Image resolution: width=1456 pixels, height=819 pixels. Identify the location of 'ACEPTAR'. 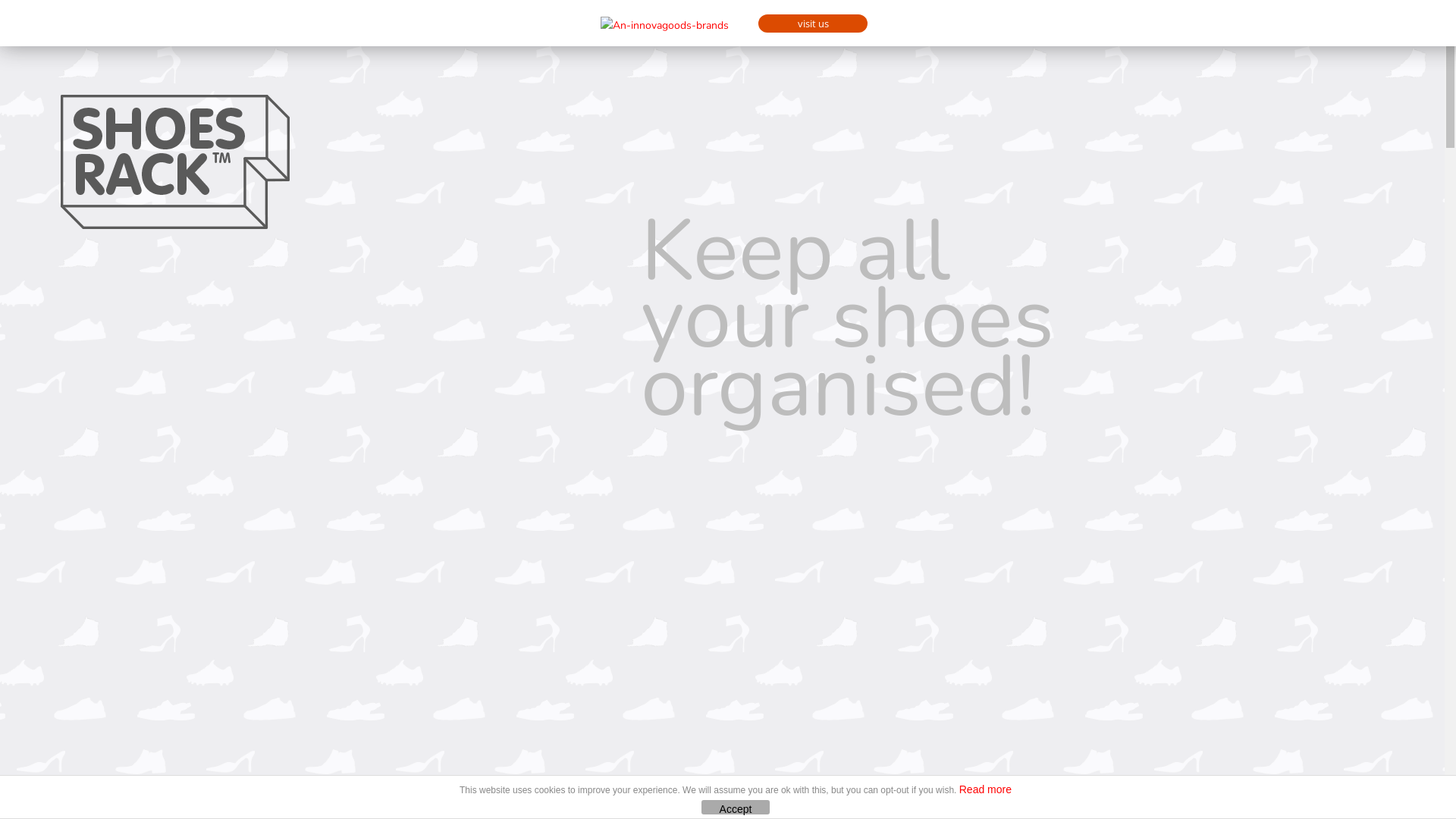
(701, 806).